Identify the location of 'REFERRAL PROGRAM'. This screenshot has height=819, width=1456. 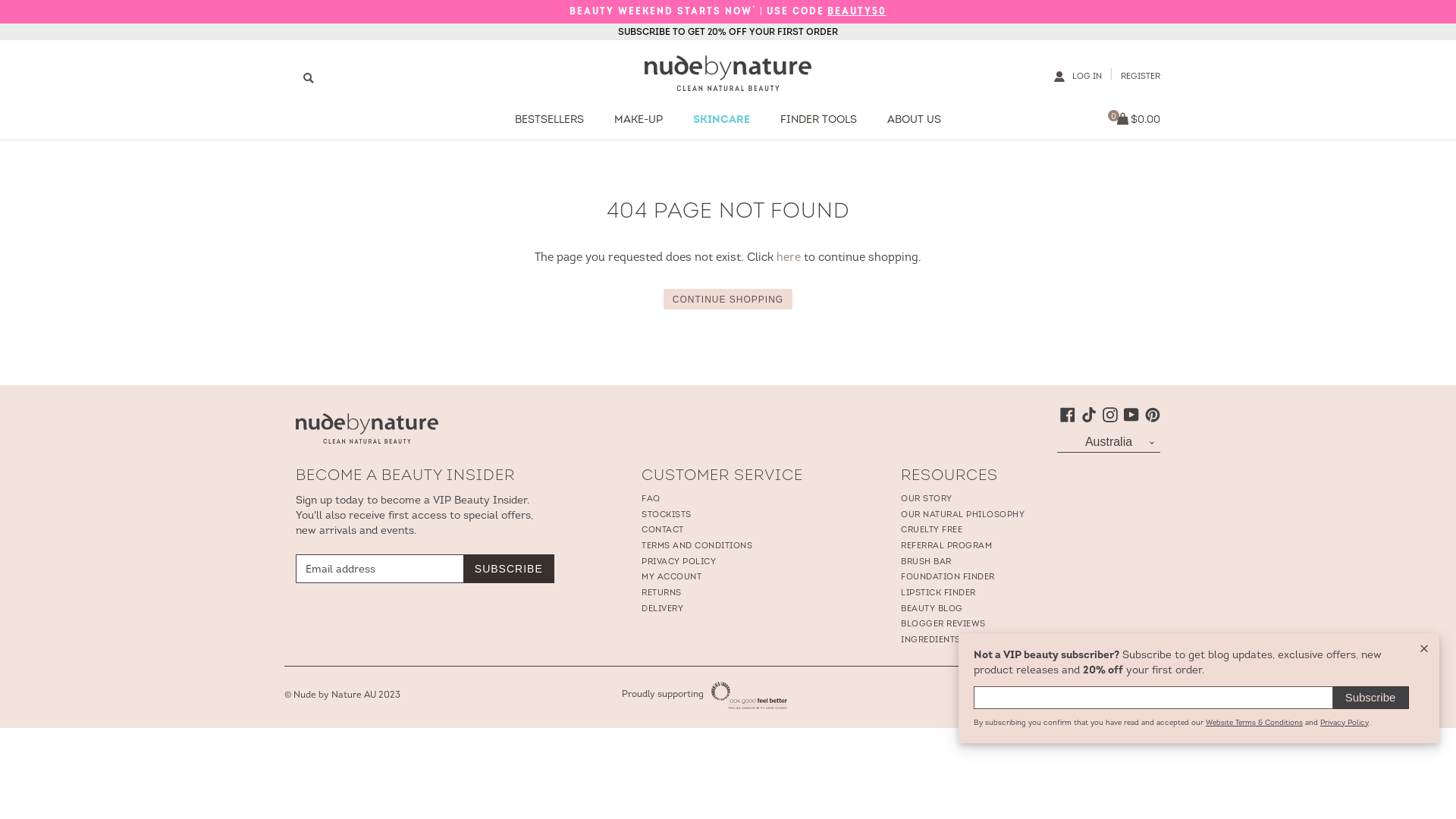
(946, 546).